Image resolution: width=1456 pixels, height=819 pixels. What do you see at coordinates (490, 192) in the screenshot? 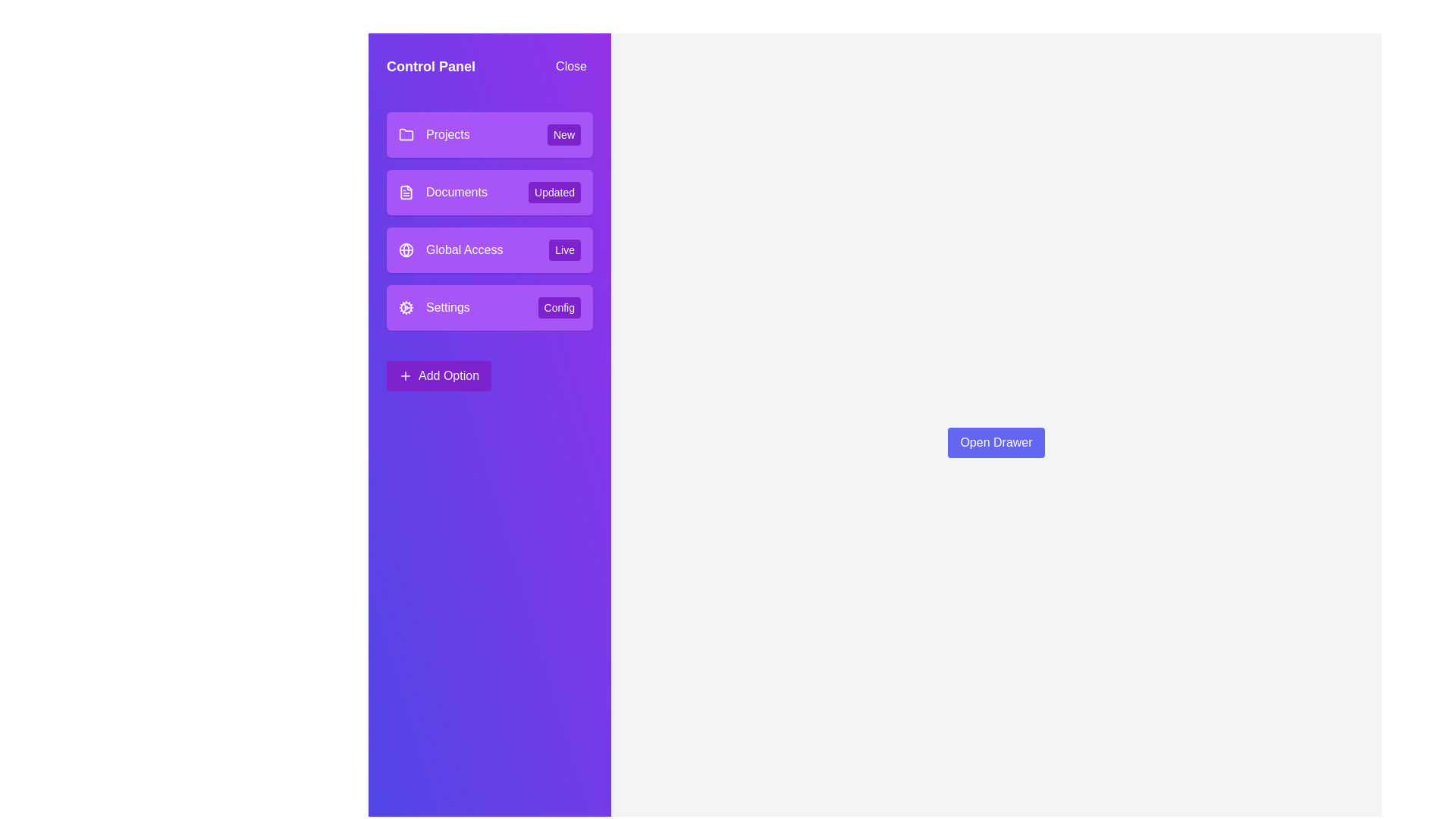
I see `the menu item with the title Documents` at bounding box center [490, 192].